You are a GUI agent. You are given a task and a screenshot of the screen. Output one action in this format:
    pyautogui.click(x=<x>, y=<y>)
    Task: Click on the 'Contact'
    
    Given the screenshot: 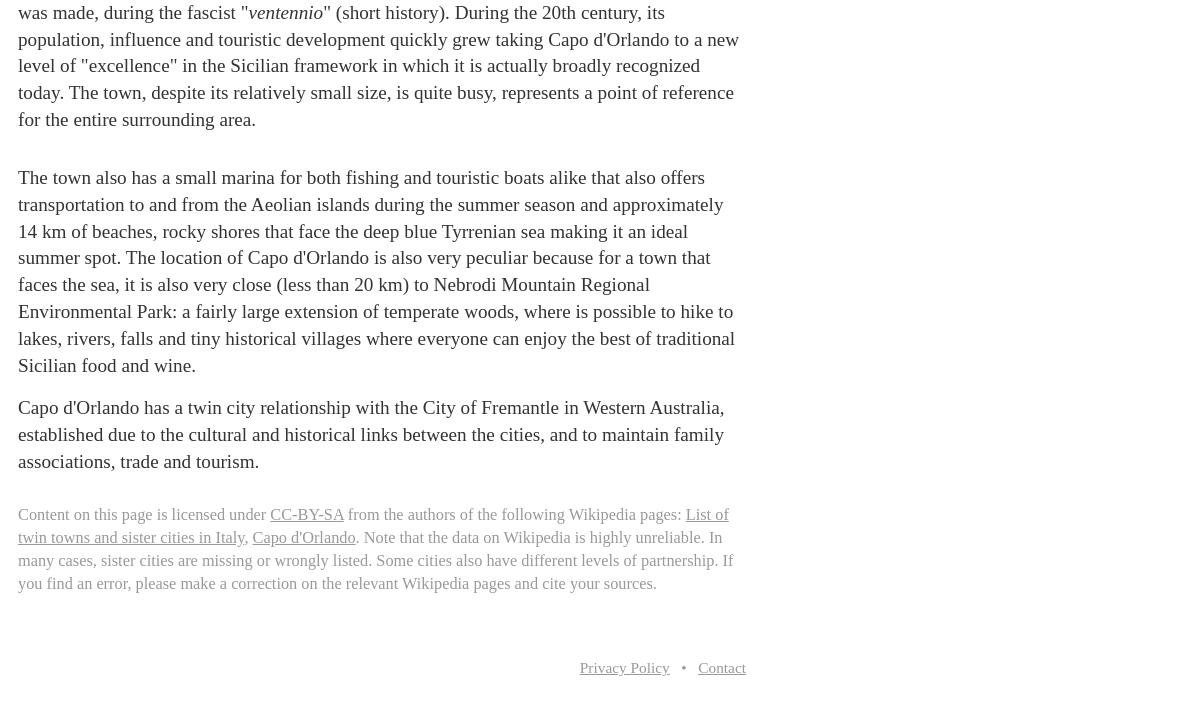 What is the action you would take?
    pyautogui.click(x=722, y=665)
    